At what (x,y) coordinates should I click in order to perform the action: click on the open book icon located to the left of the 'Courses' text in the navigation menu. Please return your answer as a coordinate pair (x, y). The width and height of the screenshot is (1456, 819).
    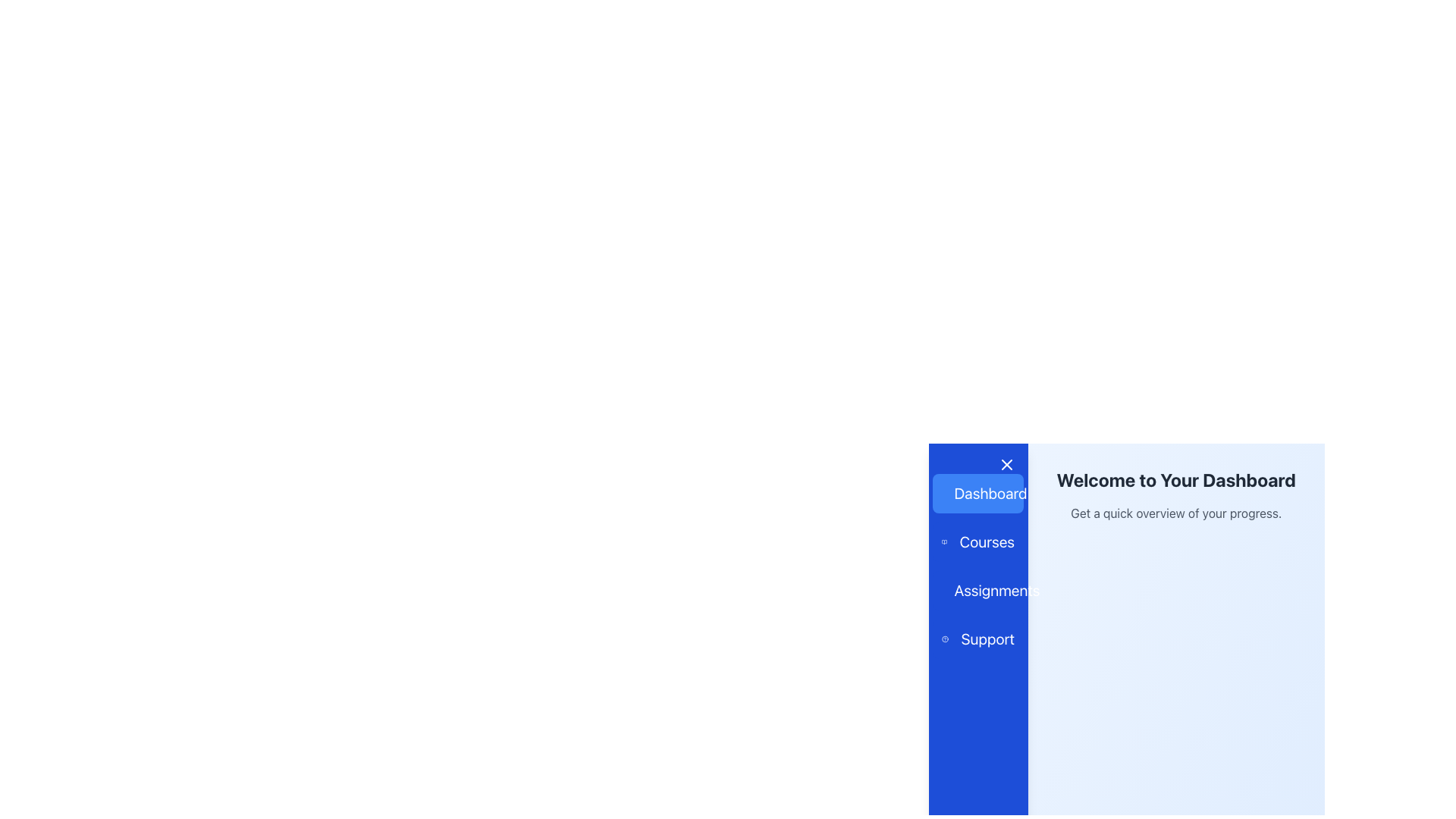
    Looking at the image, I should click on (943, 541).